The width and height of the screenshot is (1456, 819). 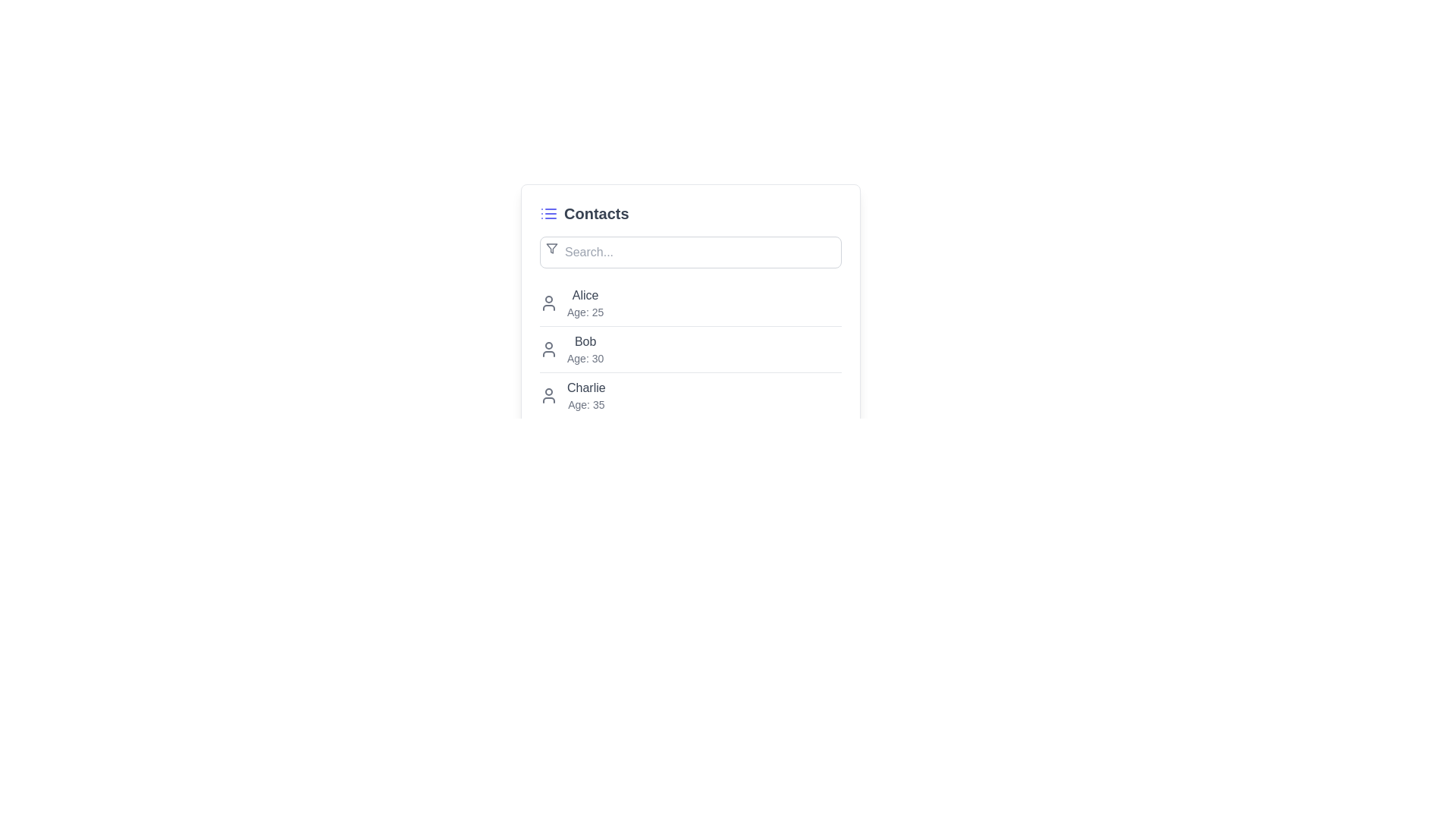 I want to click on the list item displaying the contact entry for 'Bob', which includes the name and age information, located in the 'Contacts' section, so click(x=690, y=350).